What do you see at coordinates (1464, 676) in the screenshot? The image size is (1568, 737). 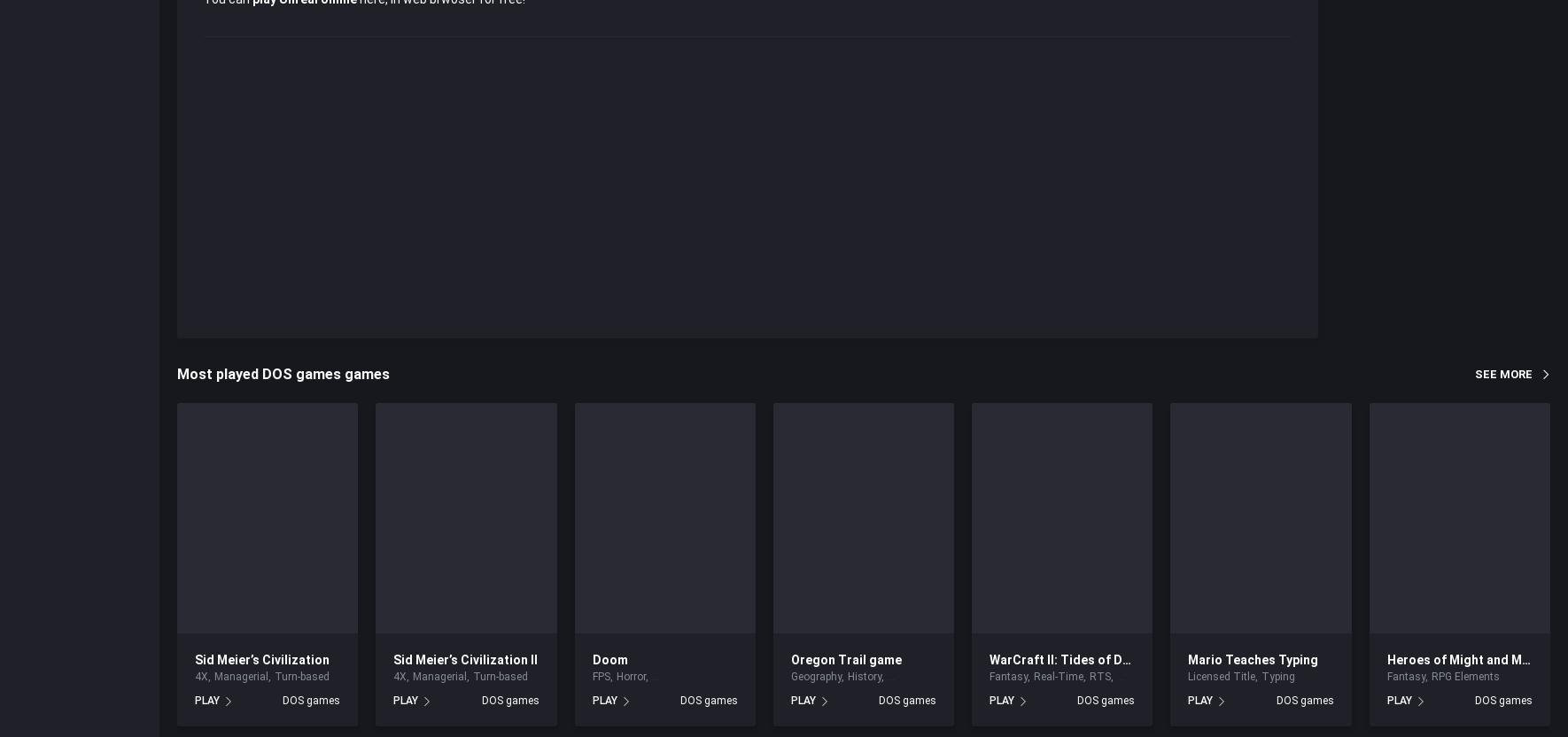 I see `'RPG Elements'` at bounding box center [1464, 676].